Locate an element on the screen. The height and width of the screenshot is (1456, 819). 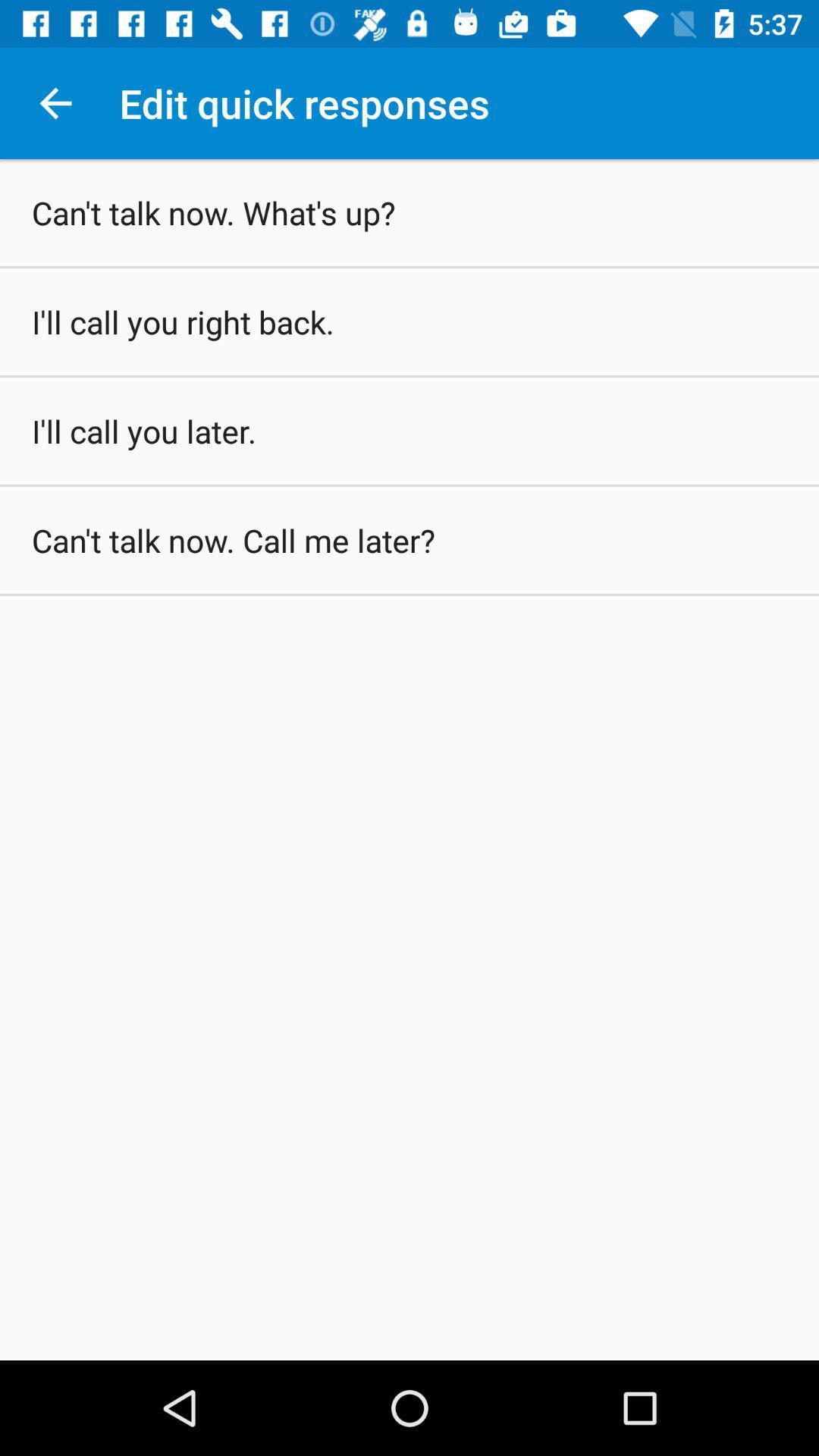
the icon above can t talk icon is located at coordinates (55, 102).